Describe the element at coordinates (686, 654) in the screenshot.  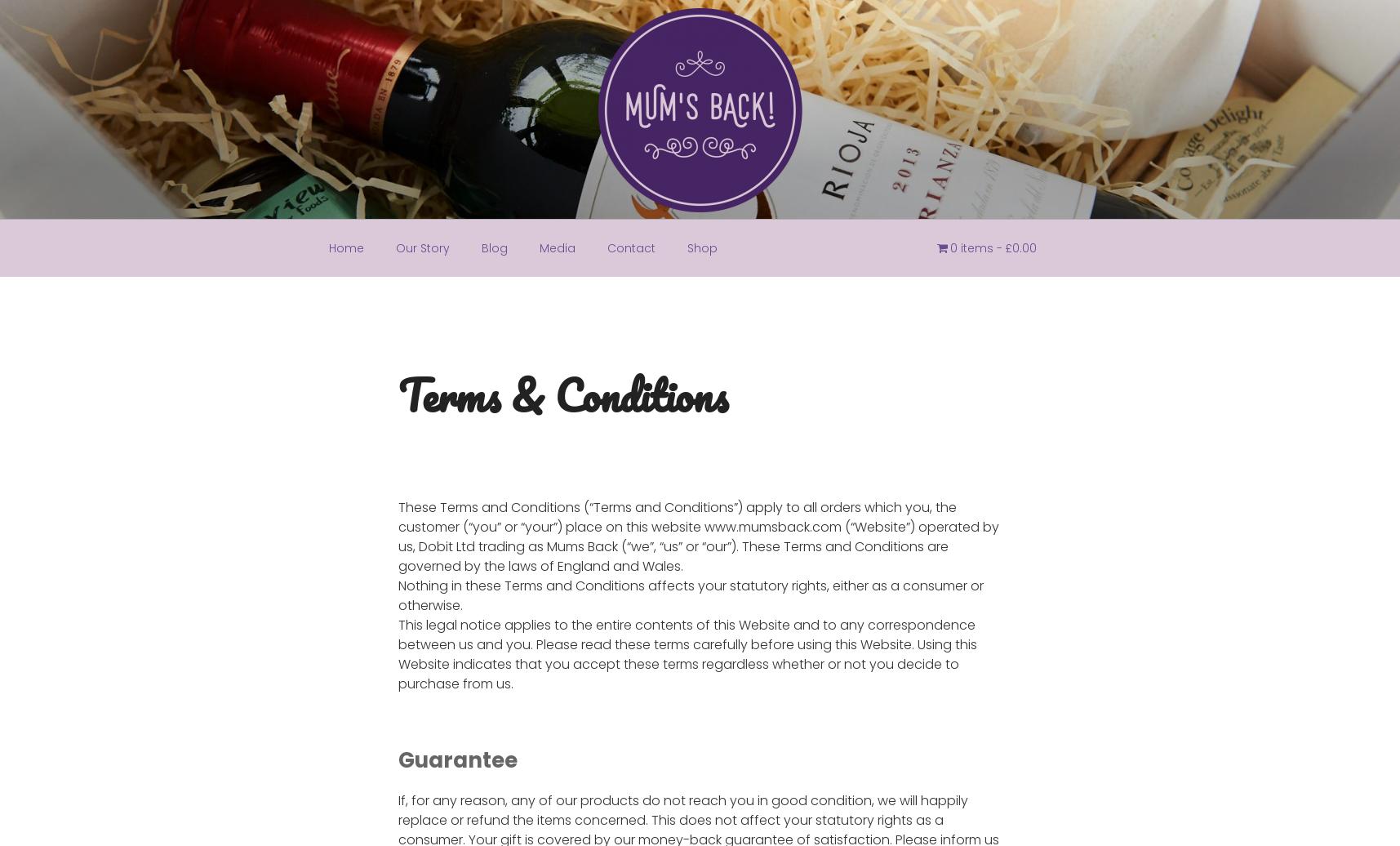
I see `'This legal notice applies to the entire contents of this Website and to any correspondence between us and you. Please read these terms carefully before using this Website. Using this Website indicates that you accept these terms regardless whether or not you decide to purchase from us.'` at that location.